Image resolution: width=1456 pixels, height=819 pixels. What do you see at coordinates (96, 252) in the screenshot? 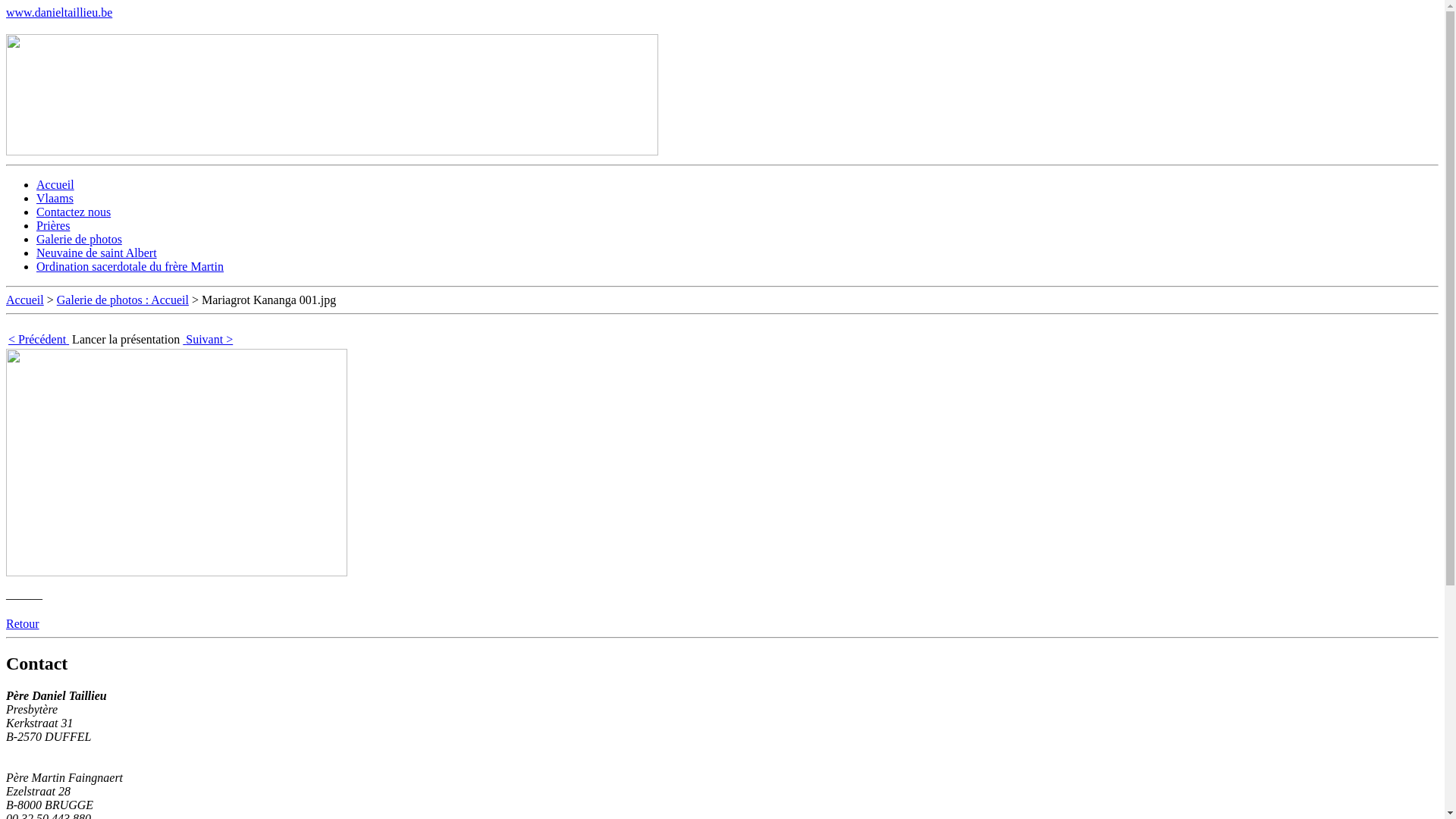
I see `'Neuvaine de saint Albert'` at bounding box center [96, 252].